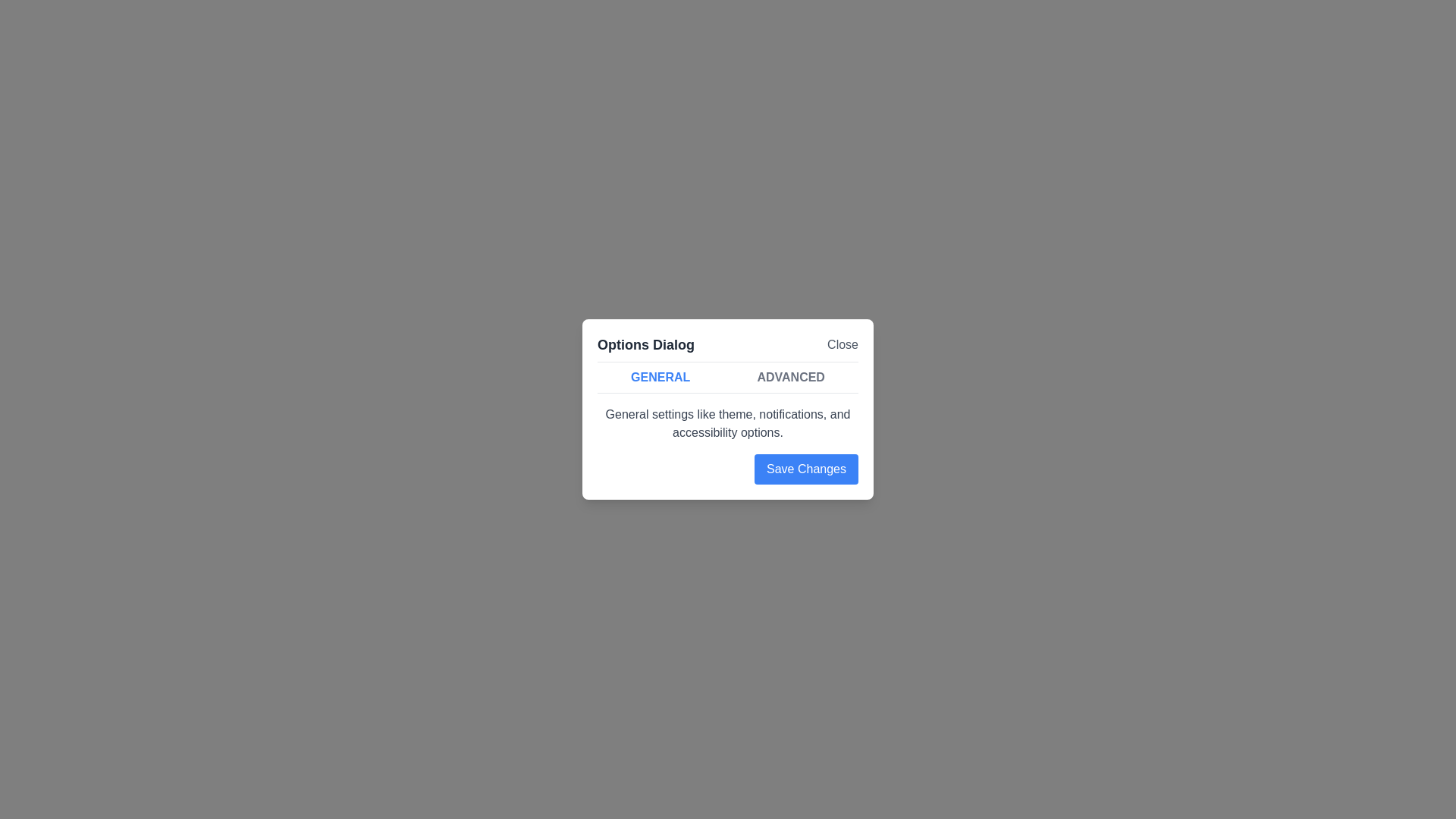 The height and width of the screenshot is (819, 1456). I want to click on 'Close' button to close the dialog, so click(841, 345).